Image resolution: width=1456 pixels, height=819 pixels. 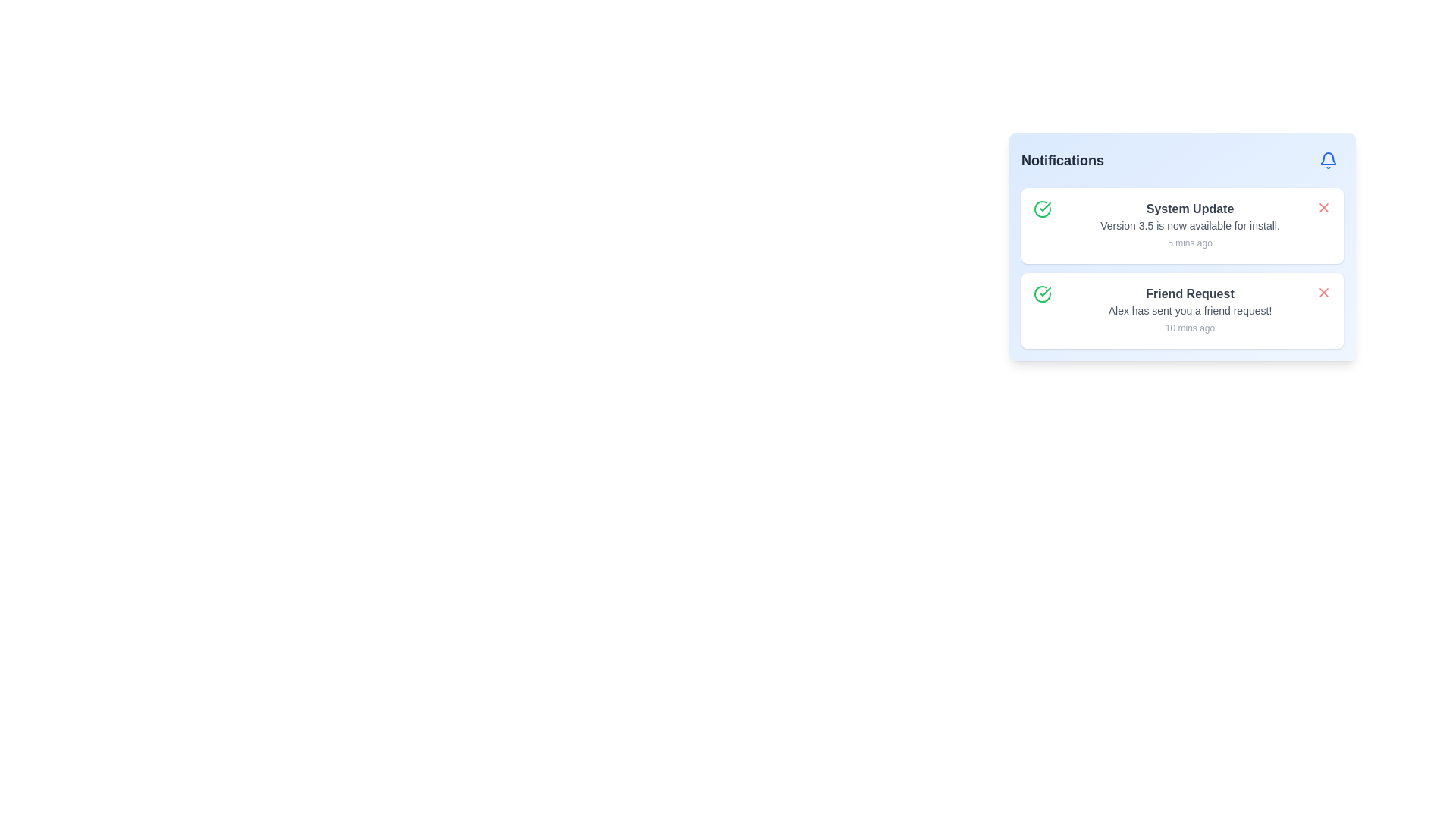 What do you see at coordinates (1328, 161) in the screenshot?
I see `the blue notification bell icon located at the top-right corner of the notification card` at bounding box center [1328, 161].